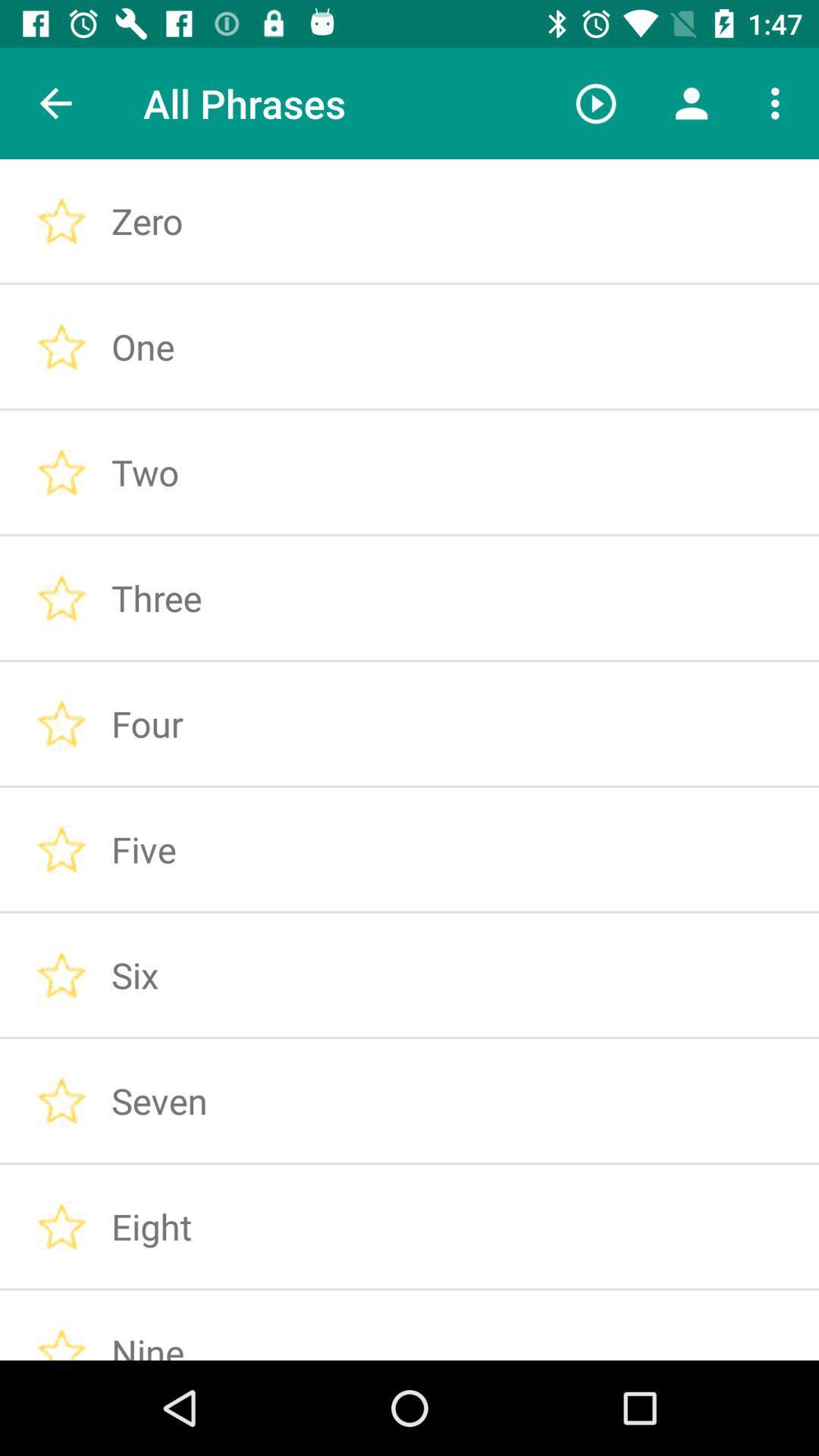 This screenshot has width=819, height=1456. Describe the element at coordinates (55, 102) in the screenshot. I see `icon next to the all phrases` at that location.